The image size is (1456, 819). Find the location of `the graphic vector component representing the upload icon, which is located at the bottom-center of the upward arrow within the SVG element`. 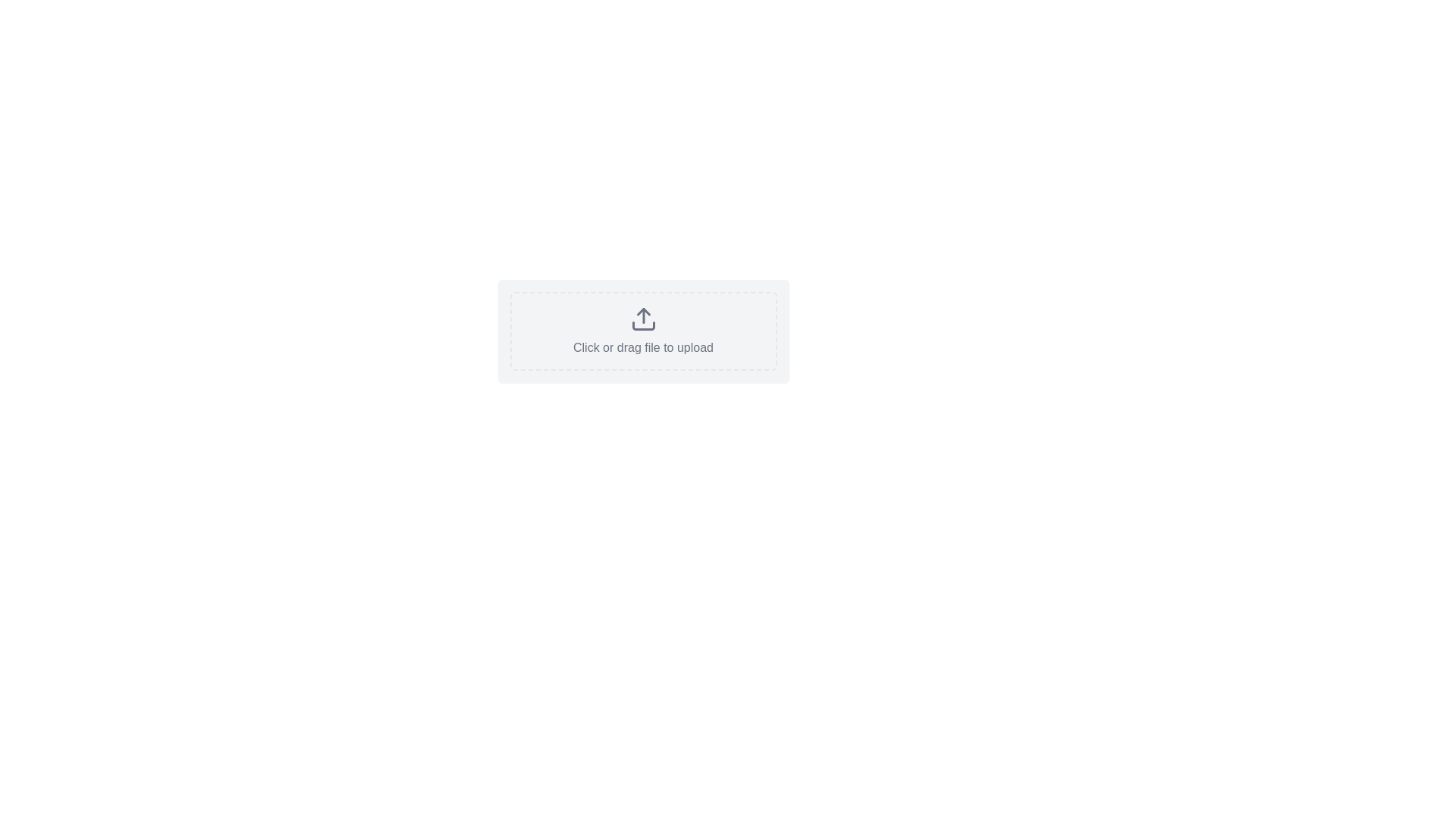

the graphic vector component representing the upload icon, which is located at the bottom-center of the upward arrow within the SVG element is located at coordinates (643, 325).